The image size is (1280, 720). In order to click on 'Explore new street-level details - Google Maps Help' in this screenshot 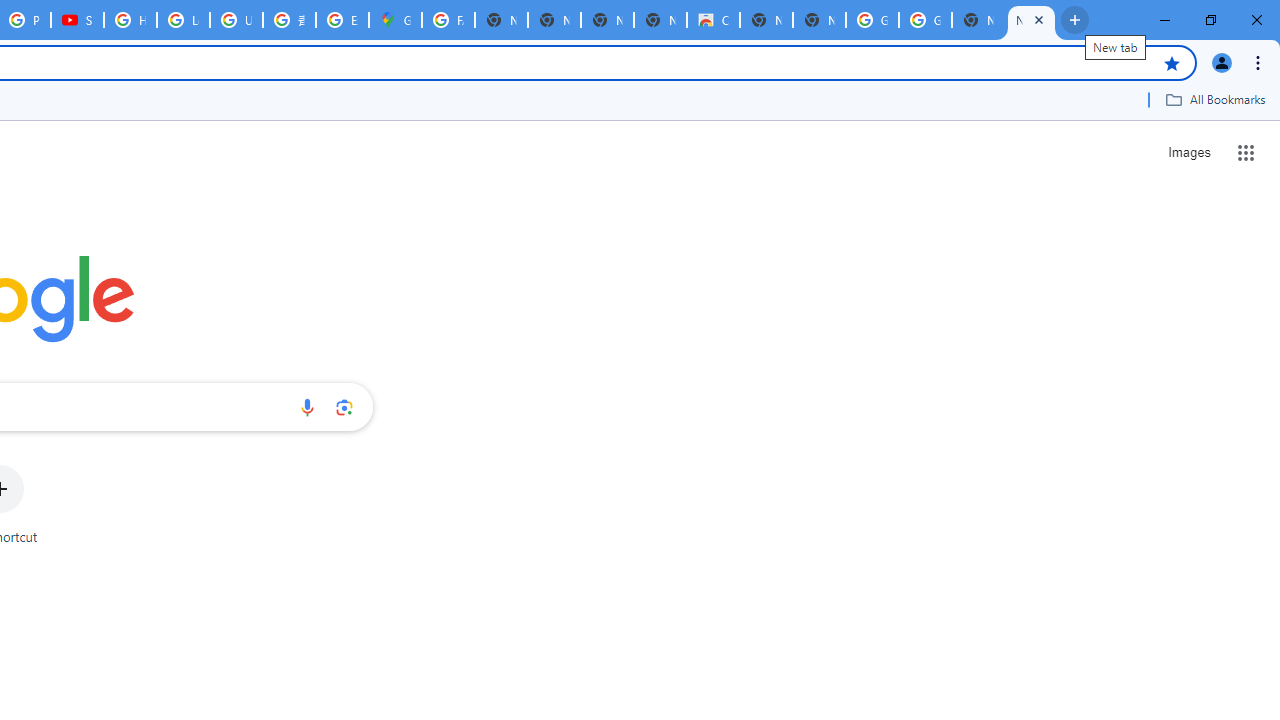, I will do `click(342, 20)`.